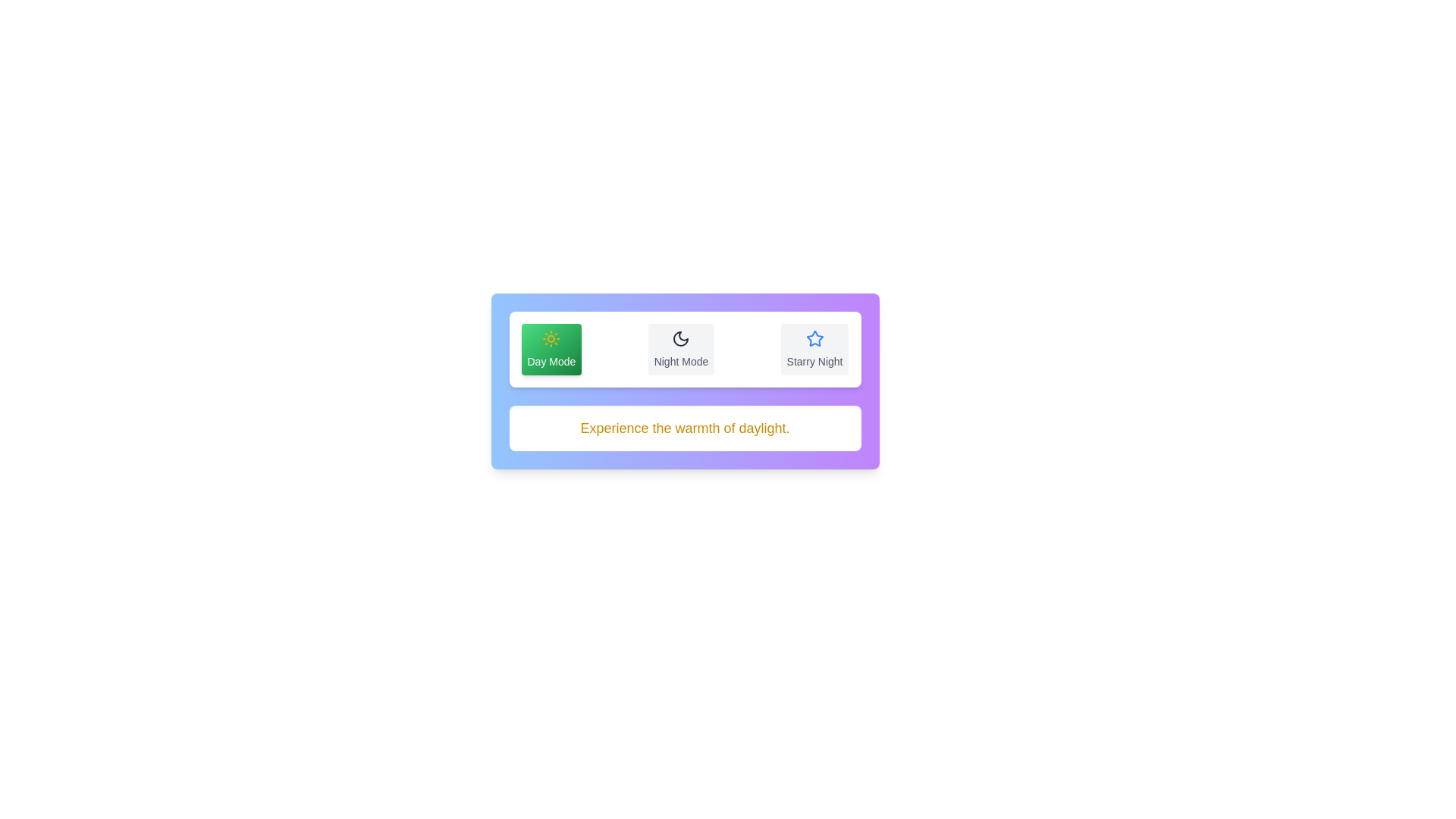 The width and height of the screenshot is (1456, 819). Describe the element at coordinates (814, 337) in the screenshot. I see `the blue outlined star icon with a hollow center located in the top right section of the 'Starry Night' interactive card` at that location.